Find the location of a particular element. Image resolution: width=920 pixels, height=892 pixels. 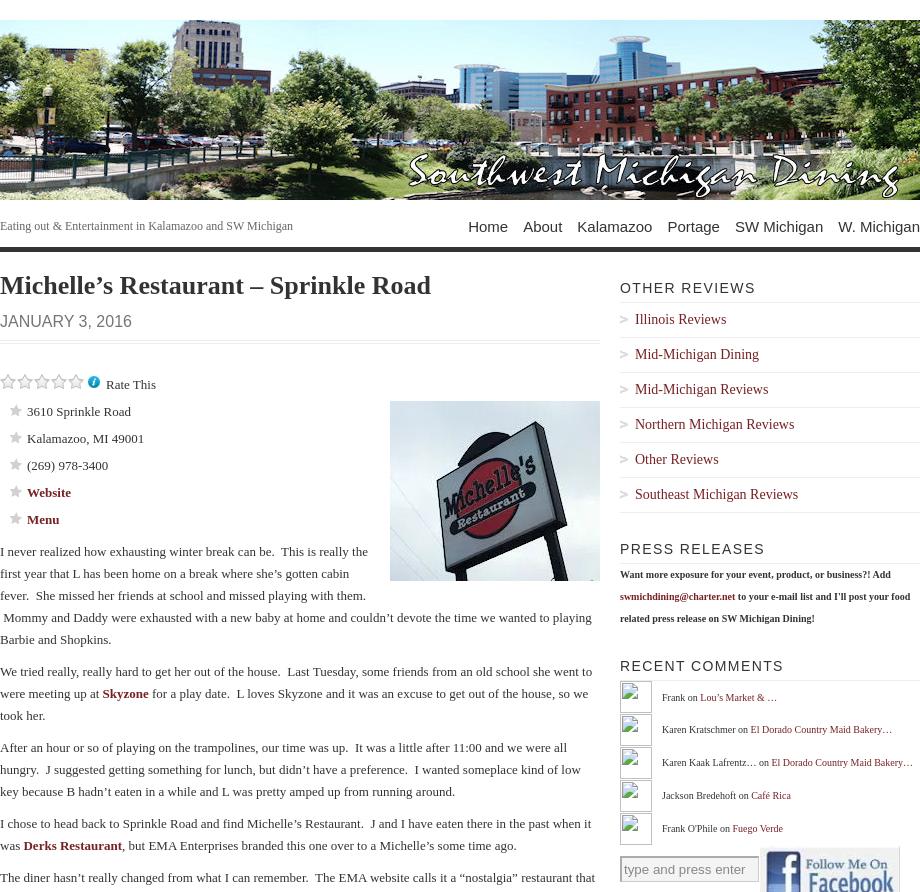

'January 3, 2016' is located at coordinates (0, 320).